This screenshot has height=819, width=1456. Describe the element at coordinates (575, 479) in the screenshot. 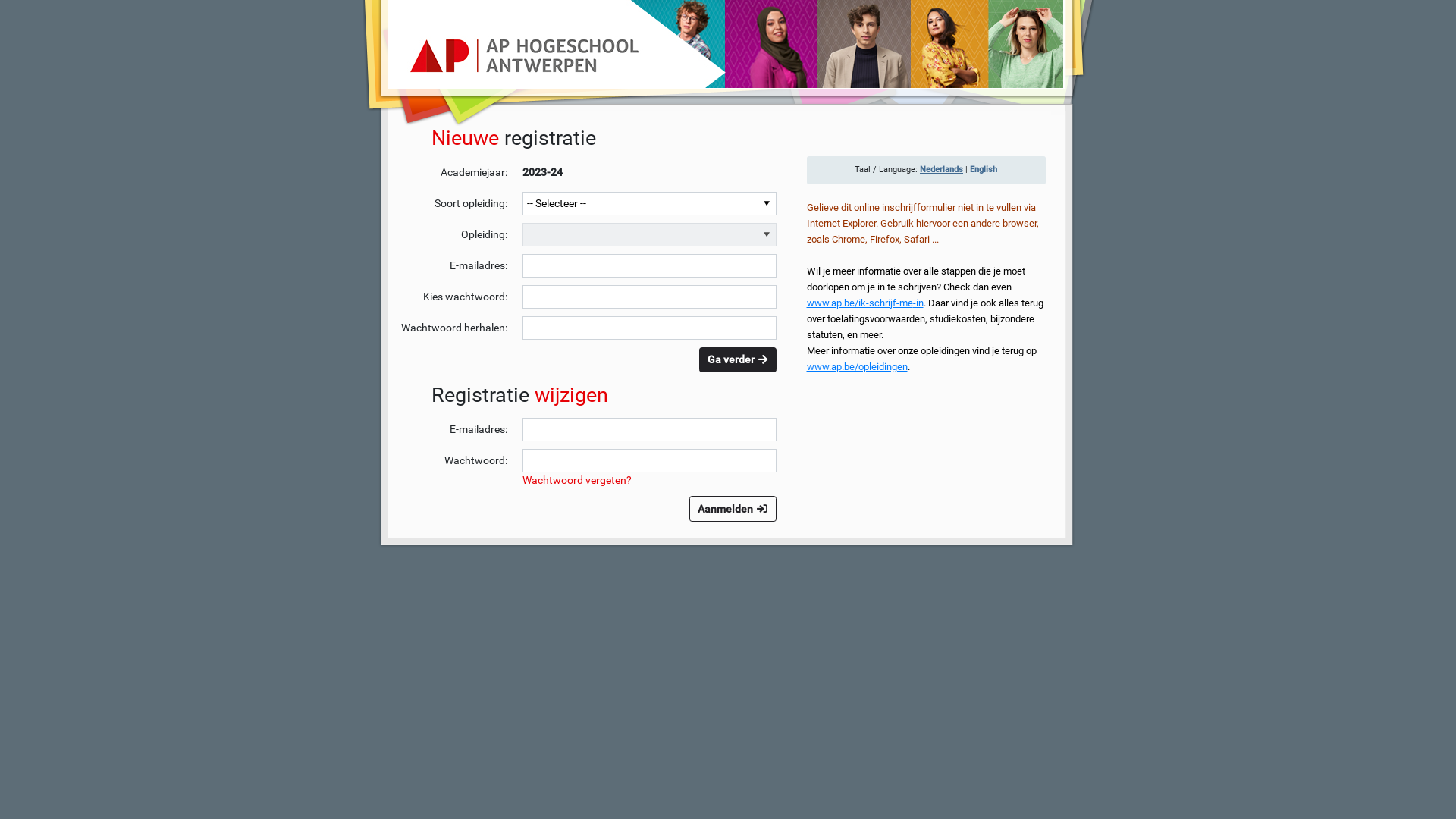

I see `'Wachtwoord vergeten?'` at that location.